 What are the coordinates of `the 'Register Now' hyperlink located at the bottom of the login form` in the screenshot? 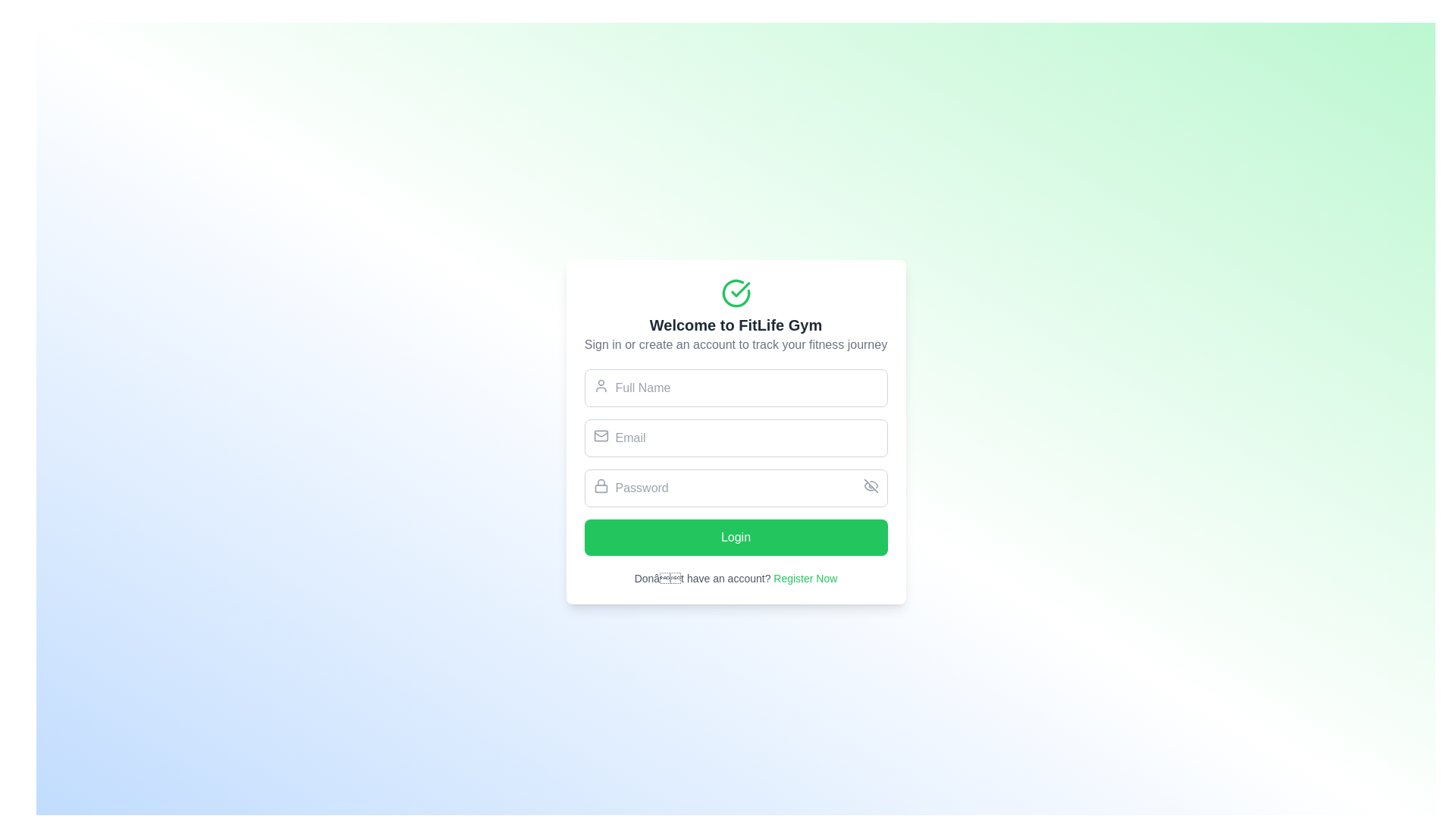 It's located at (805, 579).